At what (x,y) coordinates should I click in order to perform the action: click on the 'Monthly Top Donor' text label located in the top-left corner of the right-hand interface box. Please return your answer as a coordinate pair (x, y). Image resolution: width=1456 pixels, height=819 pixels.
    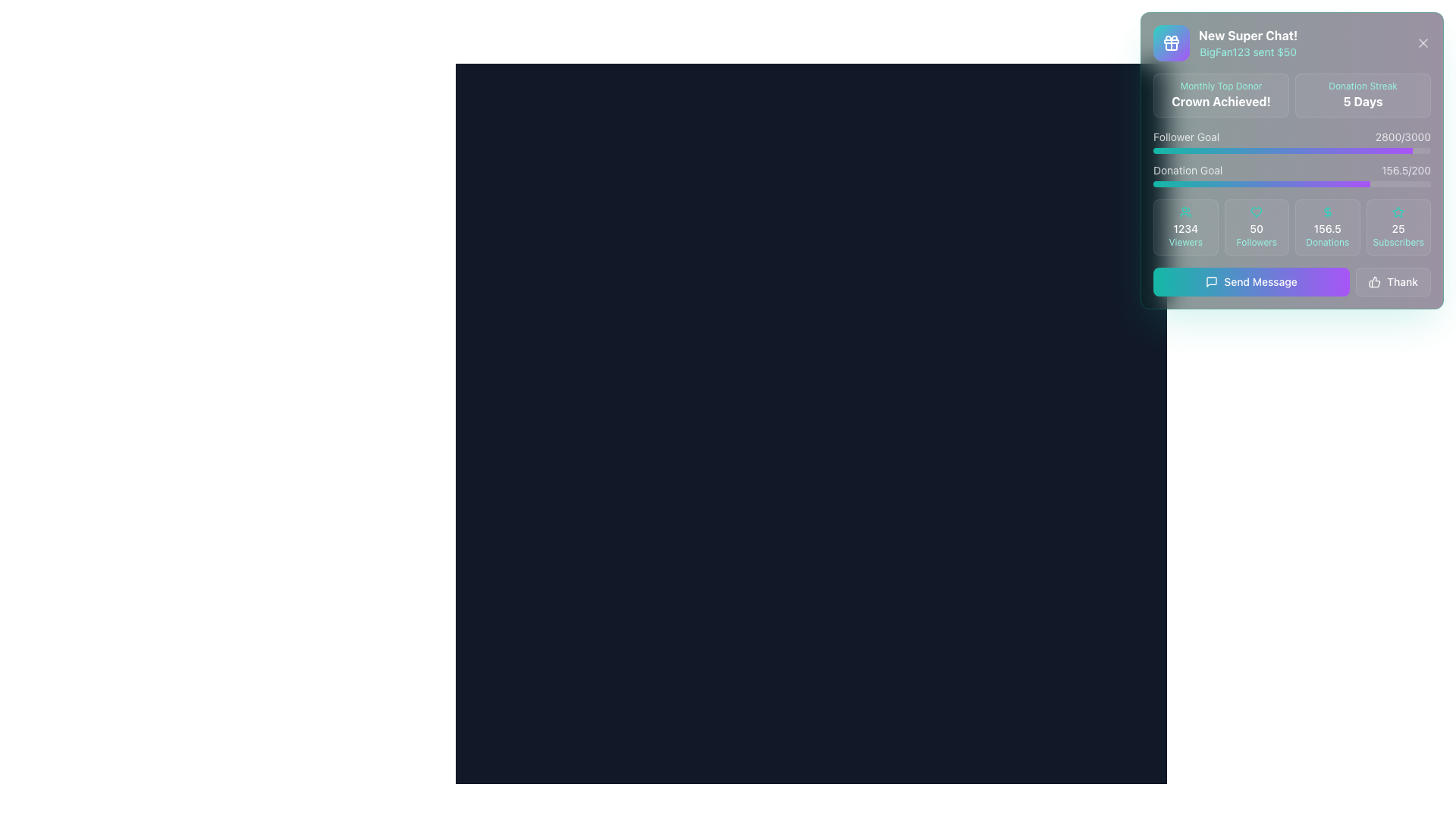
    Looking at the image, I should click on (1221, 96).